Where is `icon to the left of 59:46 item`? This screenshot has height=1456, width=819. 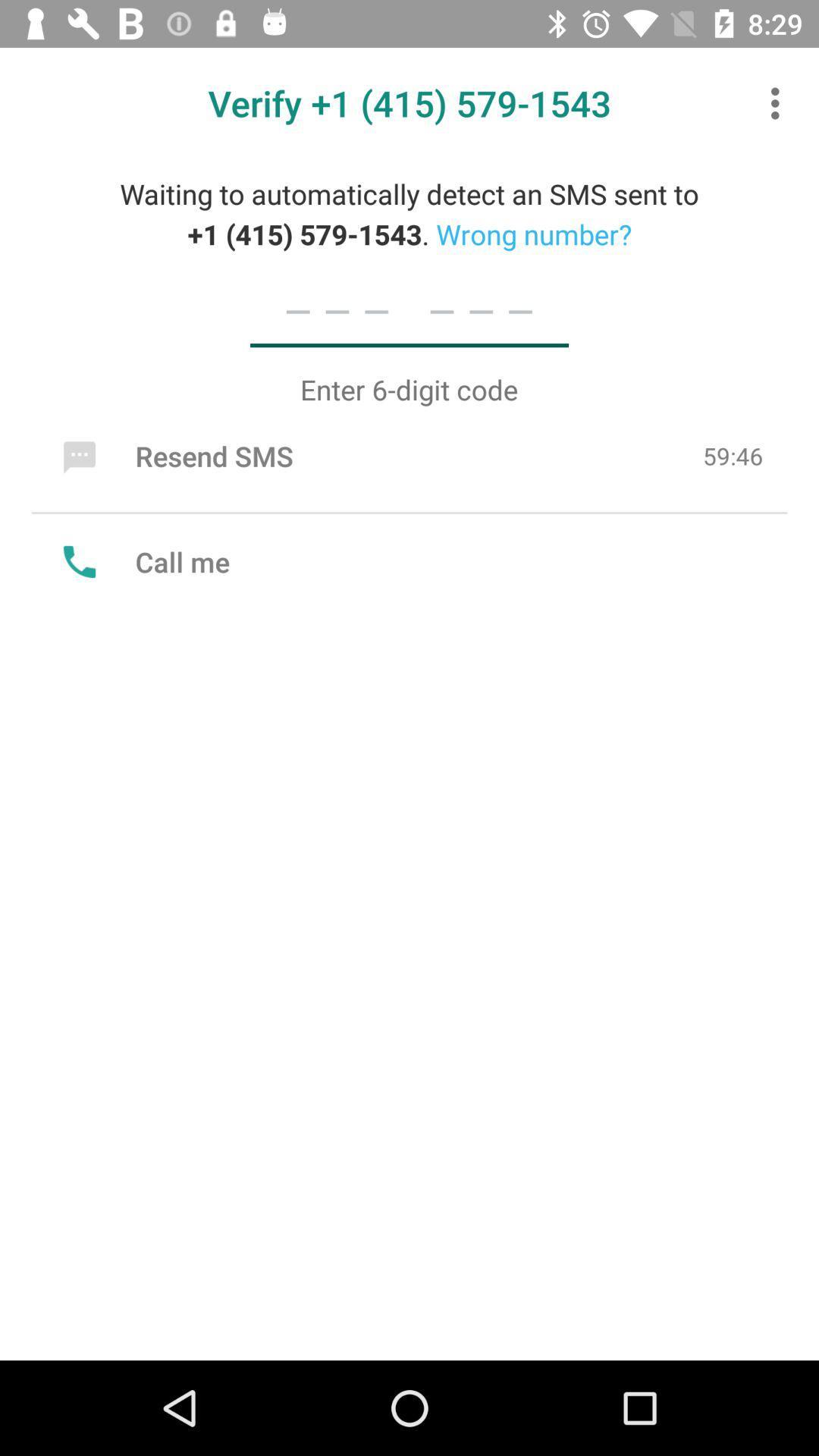 icon to the left of 59:46 item is located at coordinates (174, 455).